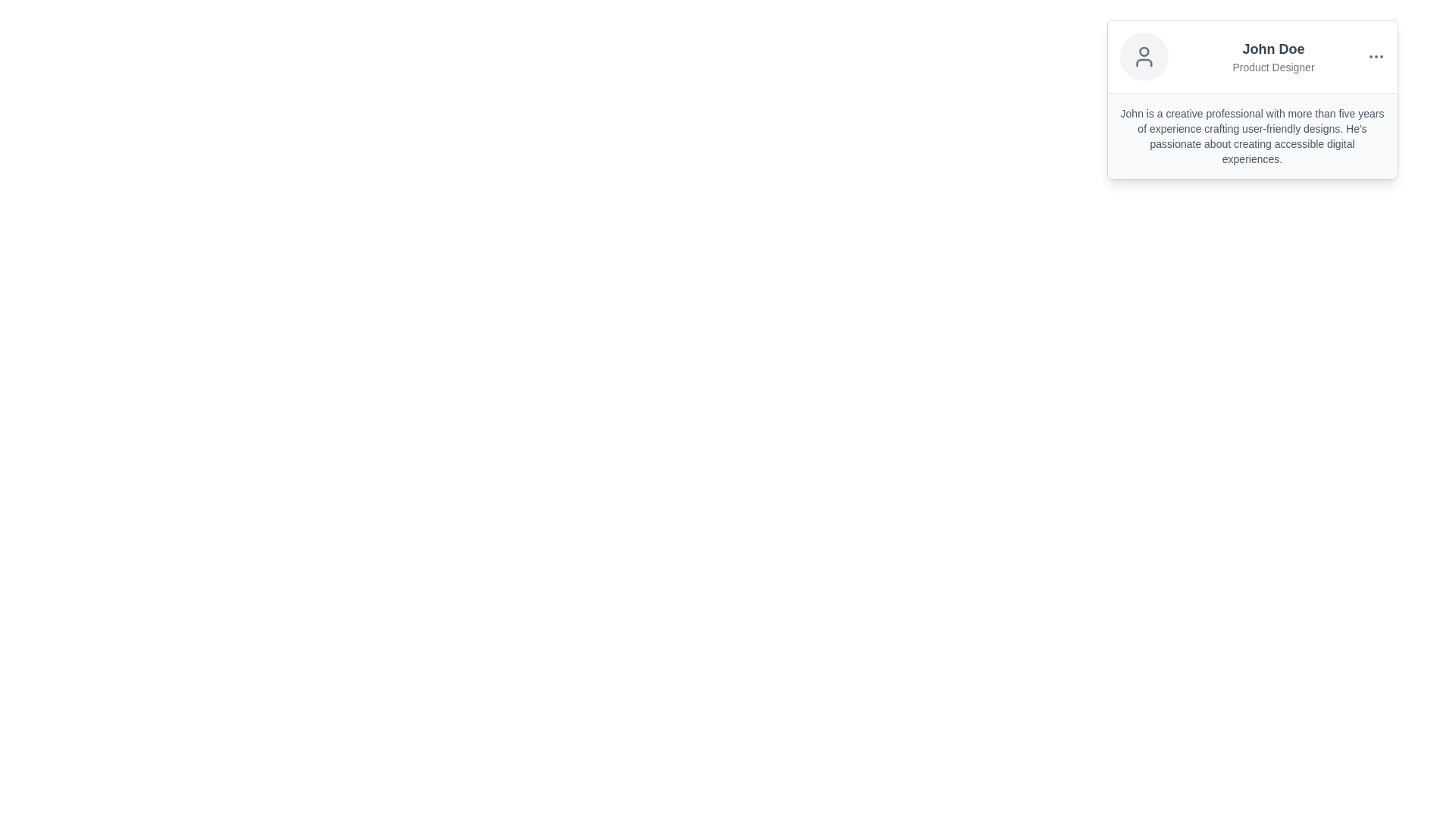  I want to click on the text, so click(1252, 55).